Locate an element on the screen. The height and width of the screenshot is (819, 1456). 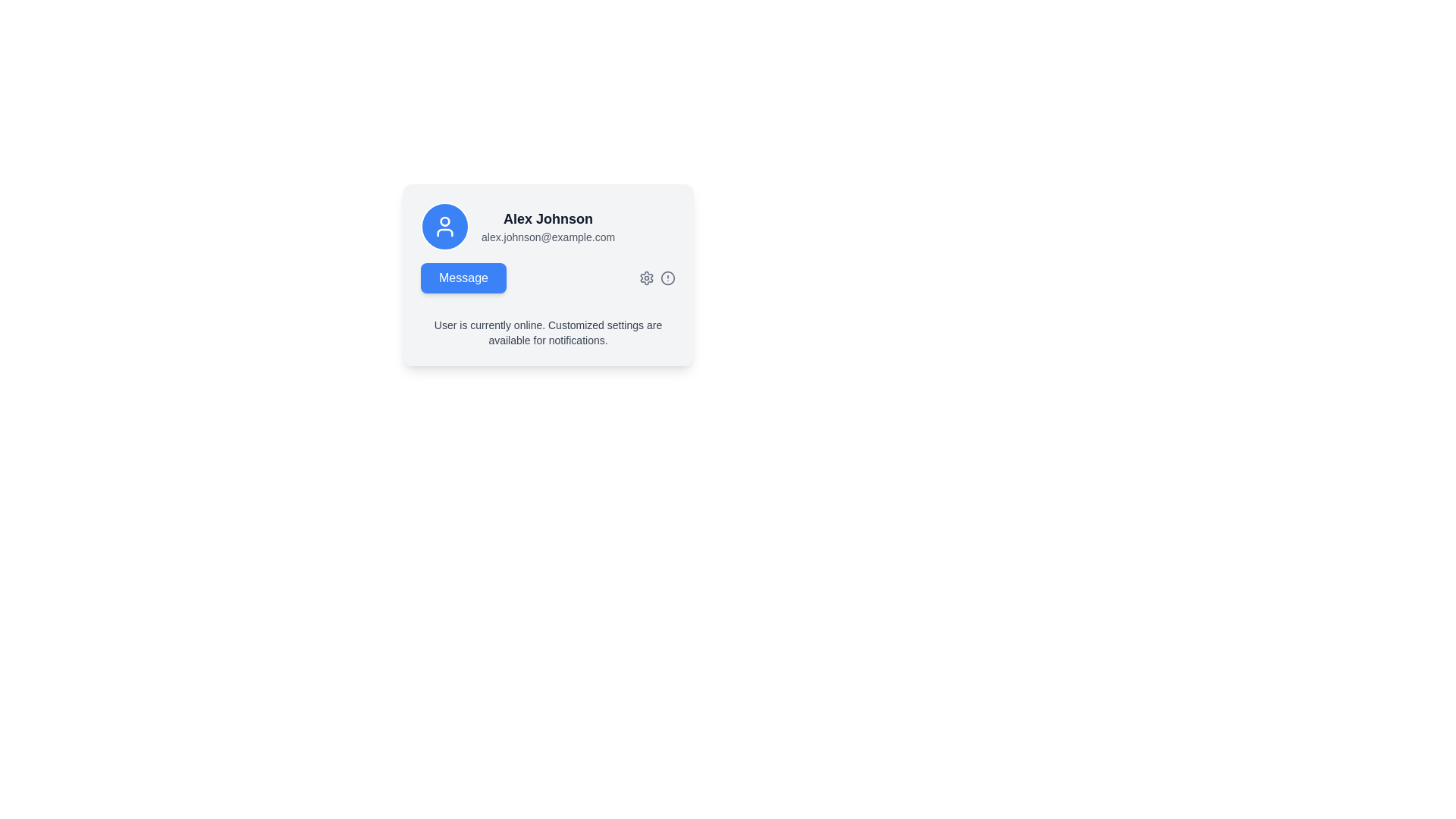
the text label displaying 'User is currently online. Customized settings are available for notifications.' located below the 'Message' button in the user profile card for 'Alex Johnson.' is located at coordinates (548, 326).